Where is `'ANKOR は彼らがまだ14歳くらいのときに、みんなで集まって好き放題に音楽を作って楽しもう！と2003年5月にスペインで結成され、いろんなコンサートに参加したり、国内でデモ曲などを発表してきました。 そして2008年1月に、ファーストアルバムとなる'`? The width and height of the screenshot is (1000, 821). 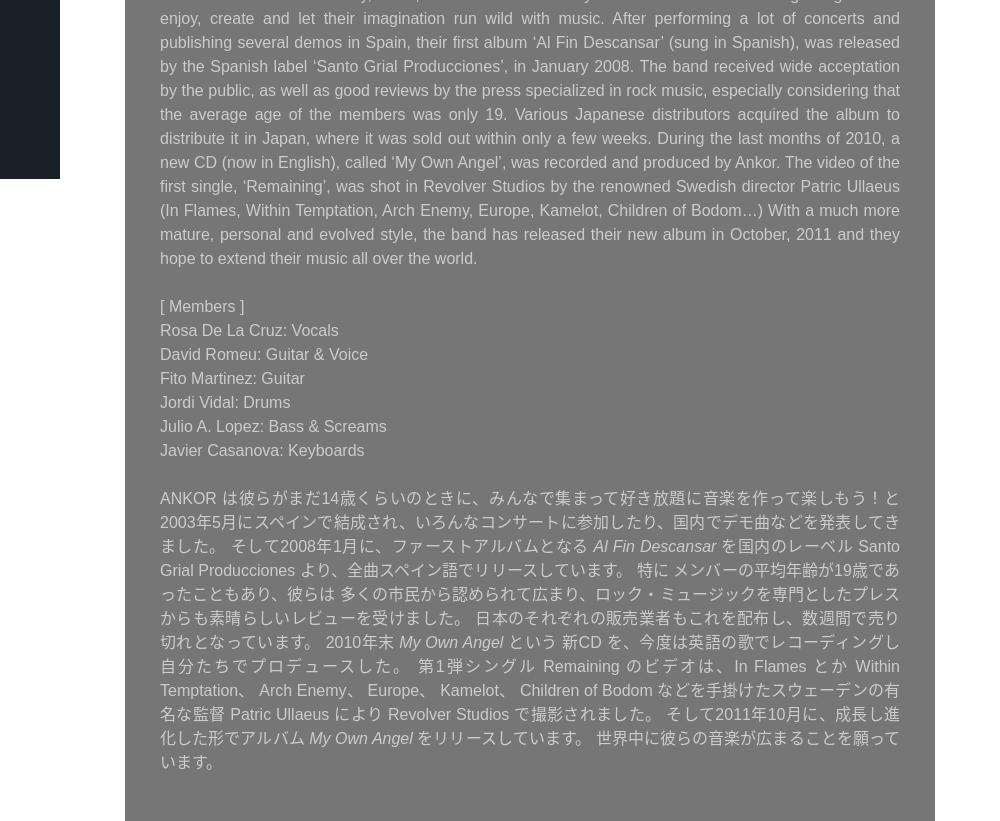 'ANKOR は彼らがまだ14歳くらいのときに、みんなで集まって好き放題に音楽を作って楽しもう！と2003年5月にスペインで結成され、いろんなコンサートに参加したり、国内でデモ曲などを発表してきました。 そして2008年1月に、ファーストアルバムとなる' is located at coordinates (530, 522).